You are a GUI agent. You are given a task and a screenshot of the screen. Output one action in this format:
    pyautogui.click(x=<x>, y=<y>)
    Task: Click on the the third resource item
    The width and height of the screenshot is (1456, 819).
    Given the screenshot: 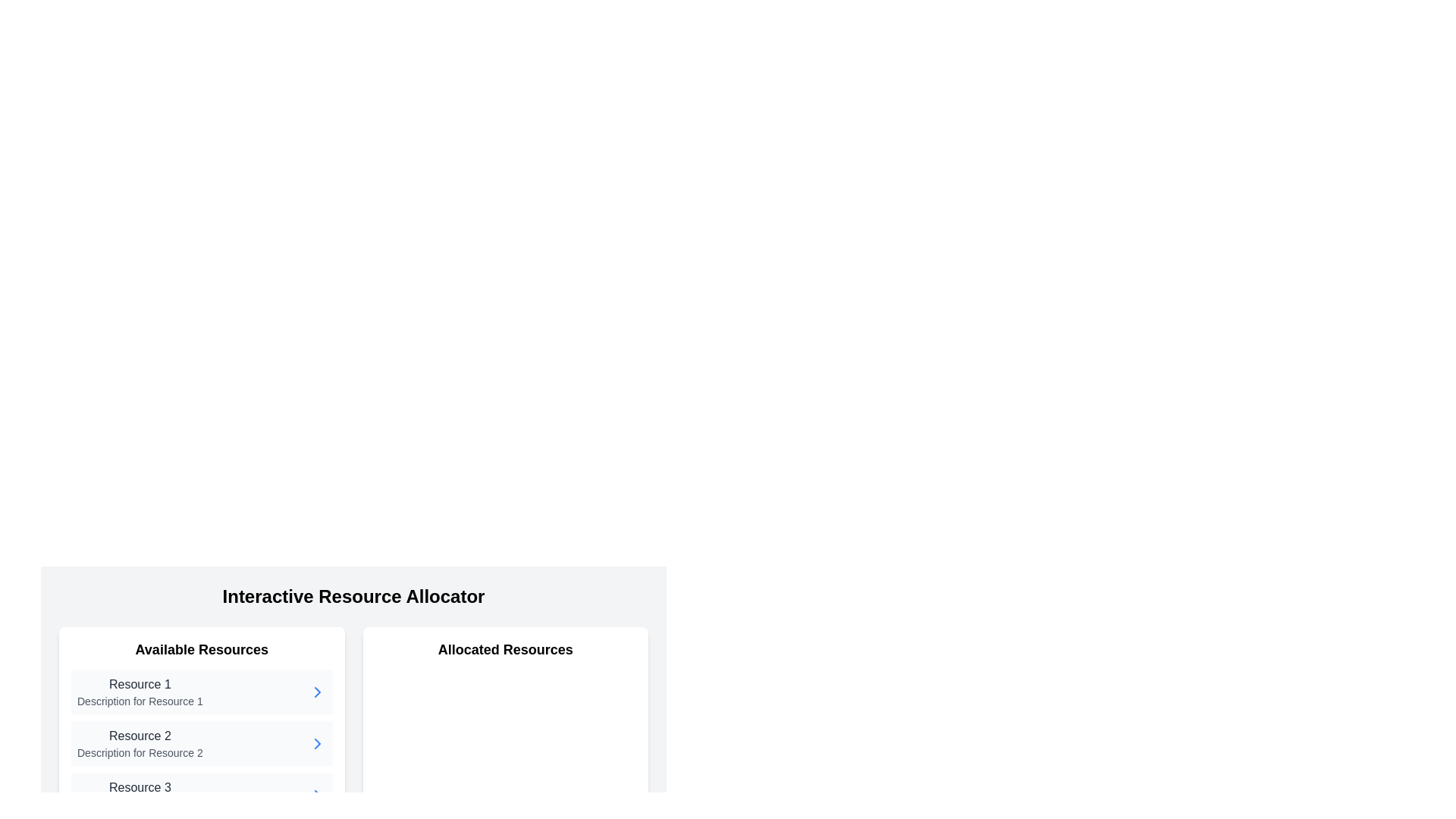 What is the action you would take?
    pyautogui.click(x=201, y=795)
    